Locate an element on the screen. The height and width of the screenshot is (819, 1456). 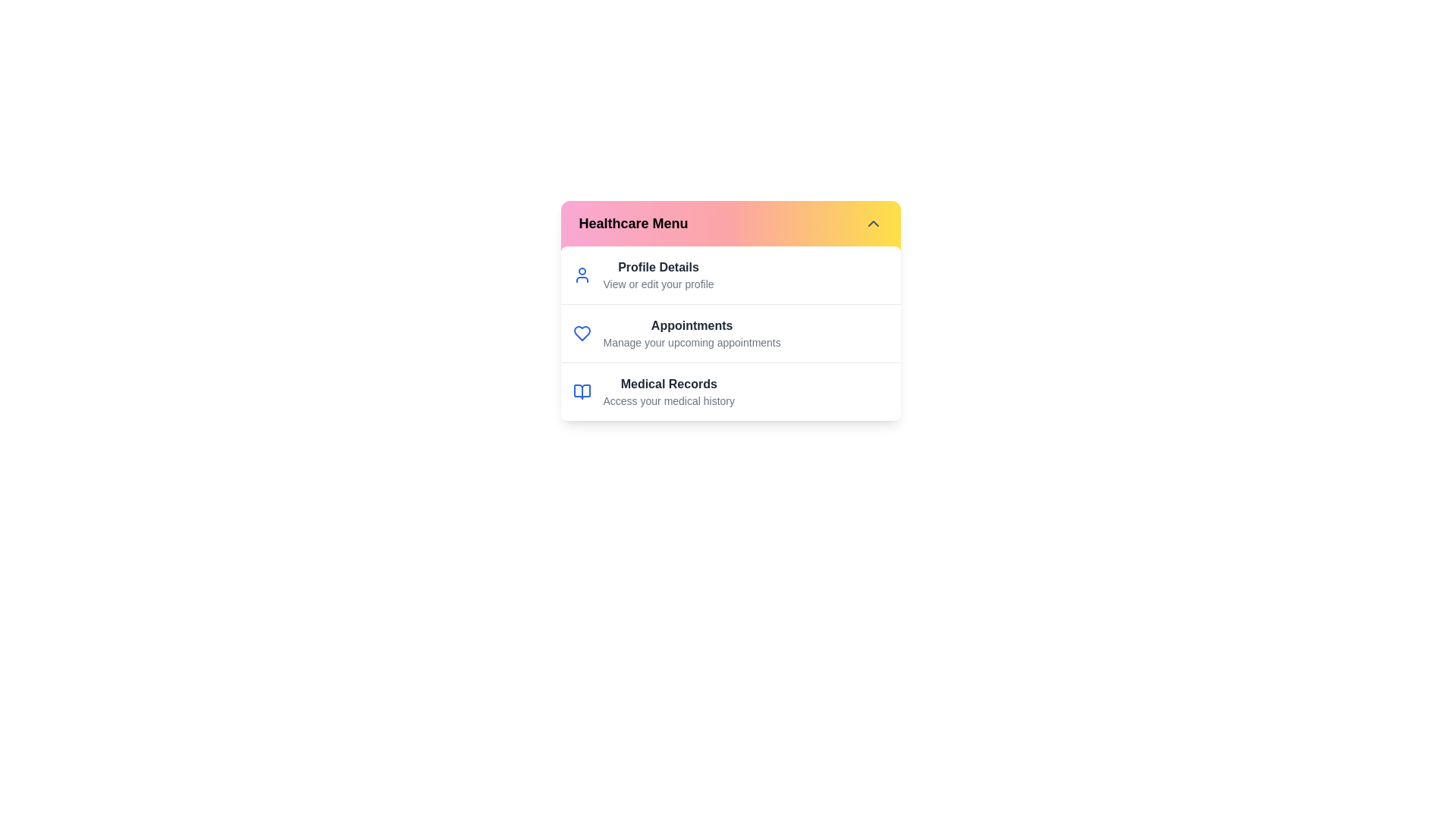
the menu item Medical Records from the HealthcareMenu is located at coordinates (668, 391).